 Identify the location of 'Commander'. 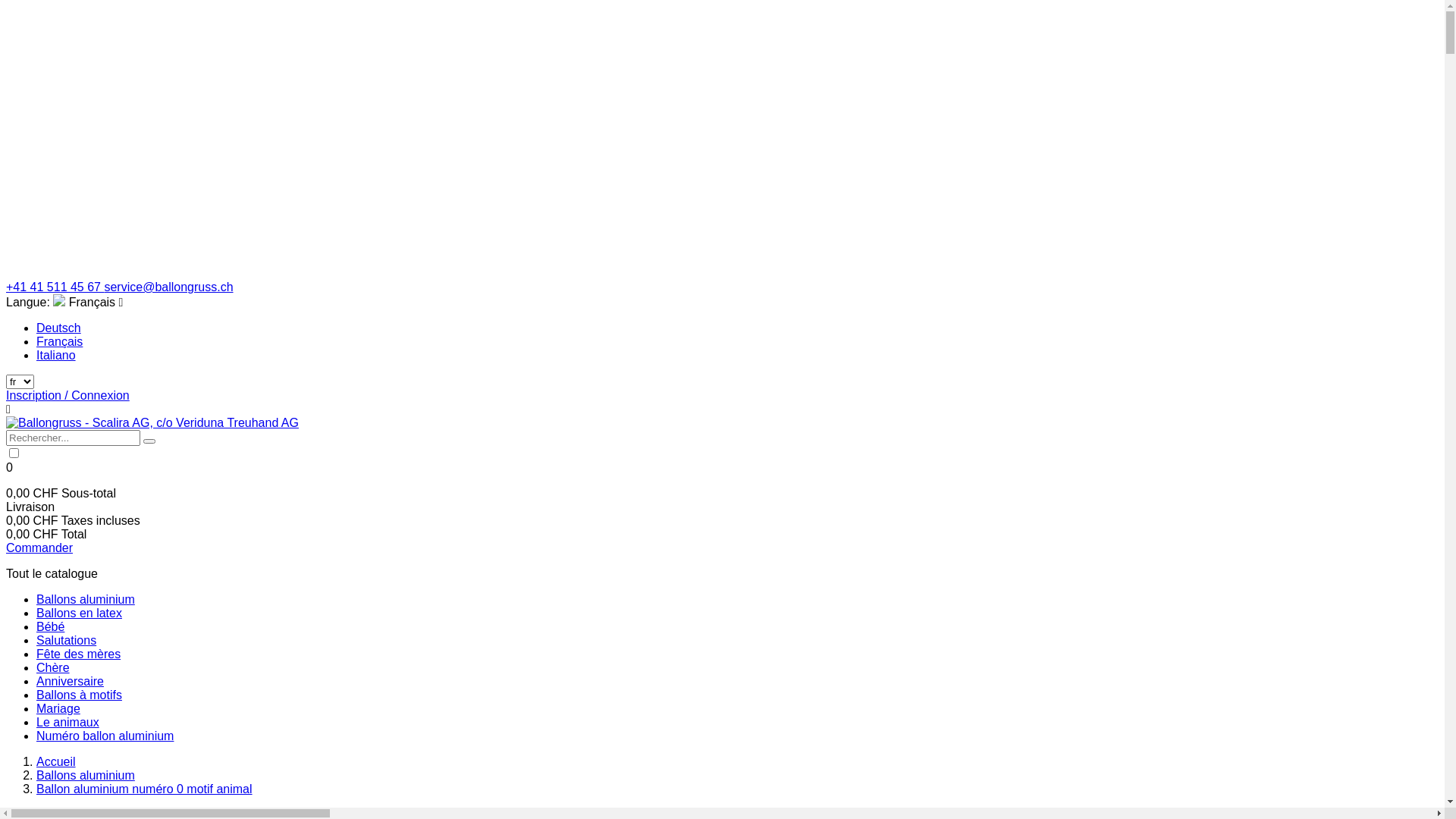
(39, 548).